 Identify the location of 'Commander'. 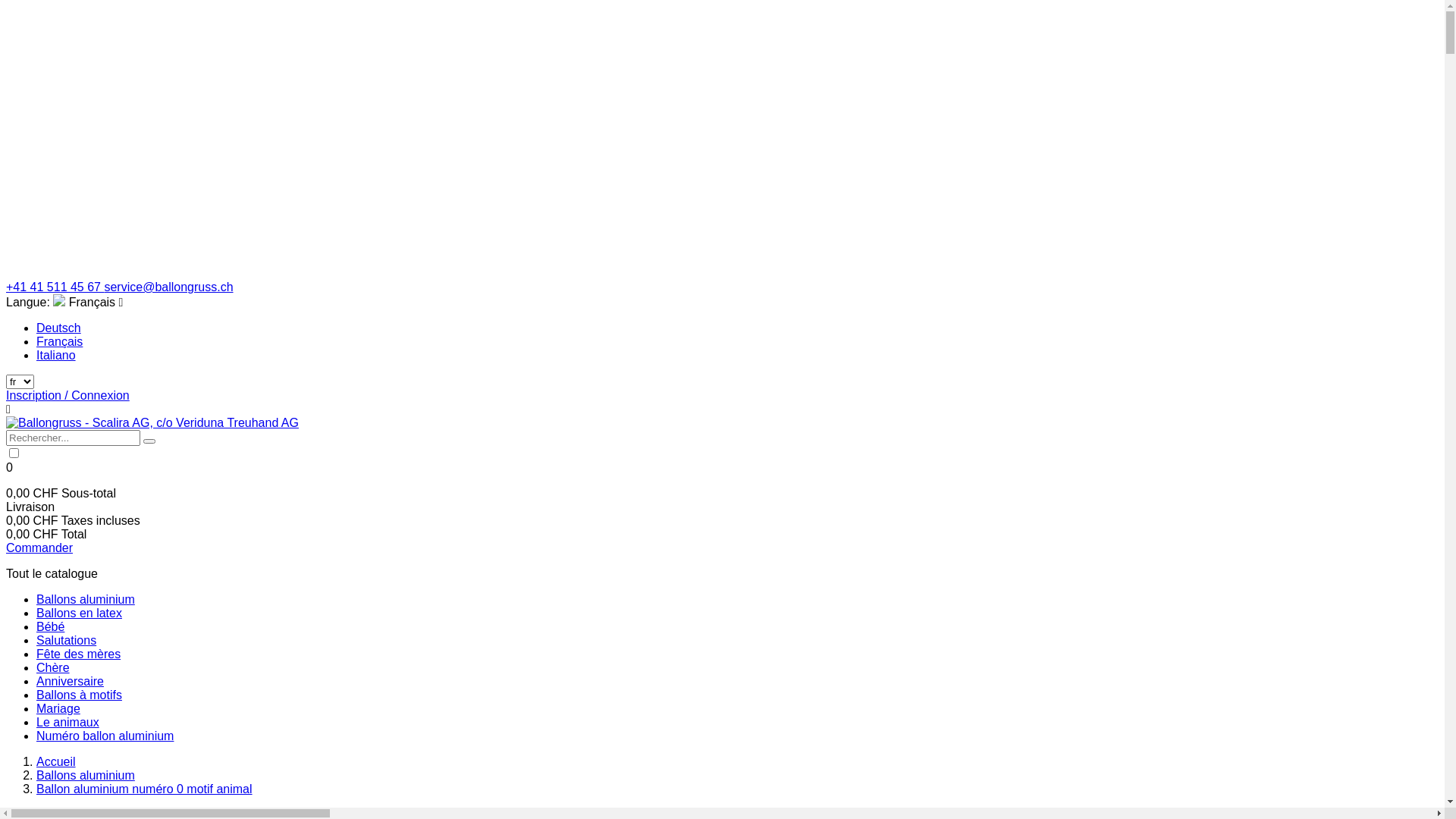
(39, 548).